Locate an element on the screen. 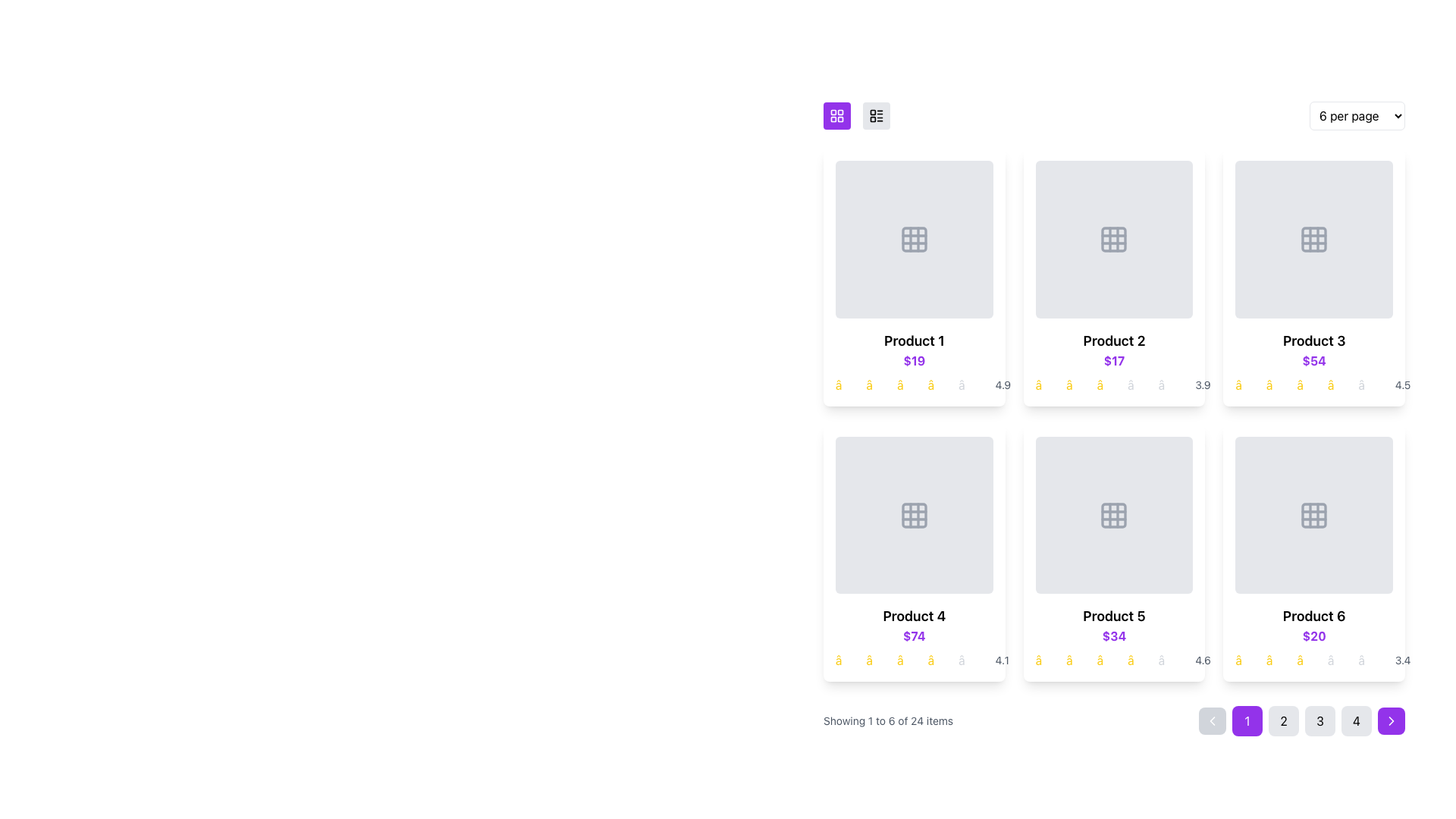 This screenshot has height=819, width=1456. the button with a rightward chevron icon located in the bottom-right corner of the navigation bar to trigger a tooltip or highlight effect is located at coordinates (1391, 720).